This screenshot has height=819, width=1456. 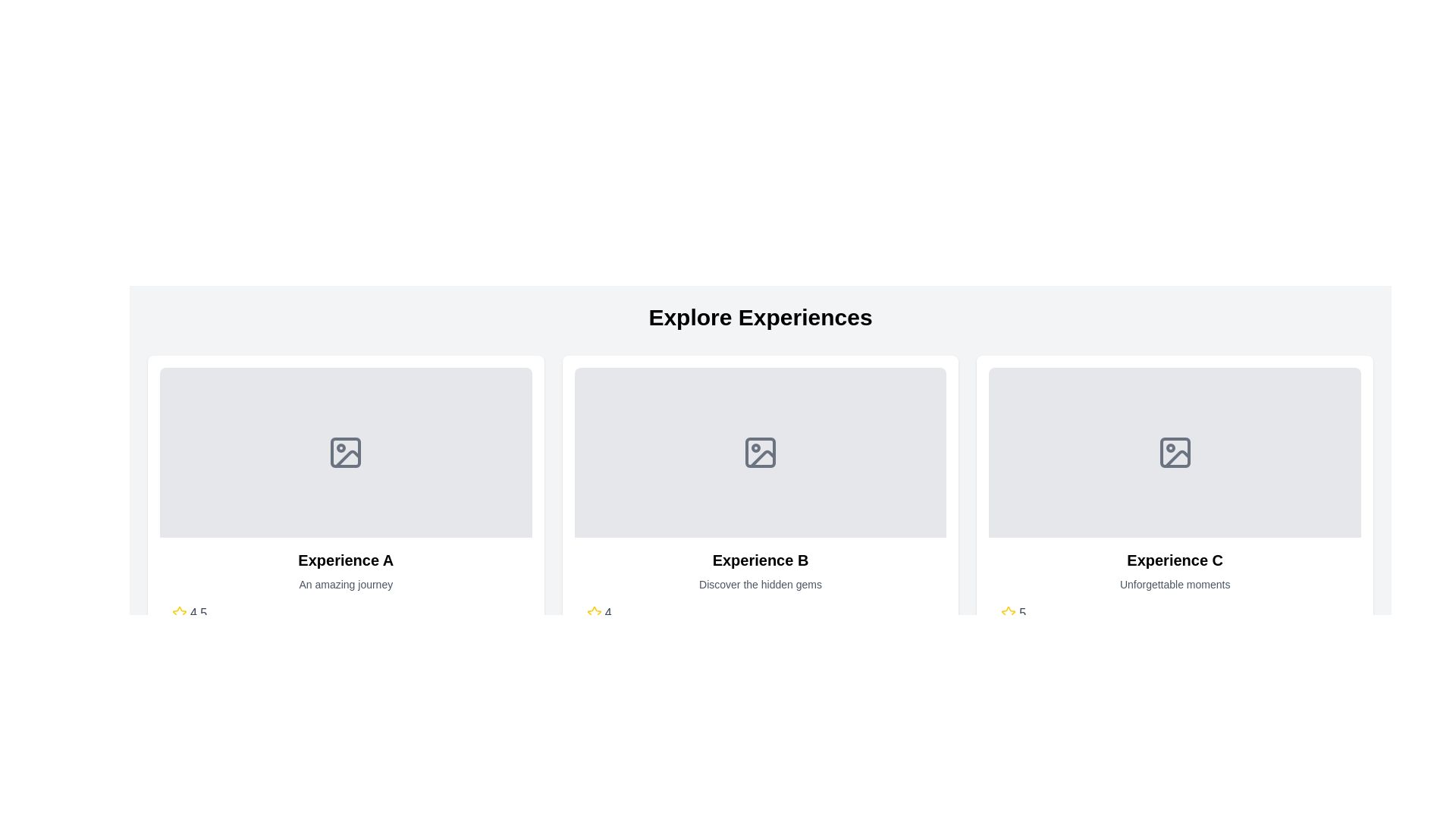 I want to click on the Decorative SVG graphic located at the center of the image placeholder in the rightmost content card of a horizontally aligned collection of three cards, so click(x=1176, y=458).